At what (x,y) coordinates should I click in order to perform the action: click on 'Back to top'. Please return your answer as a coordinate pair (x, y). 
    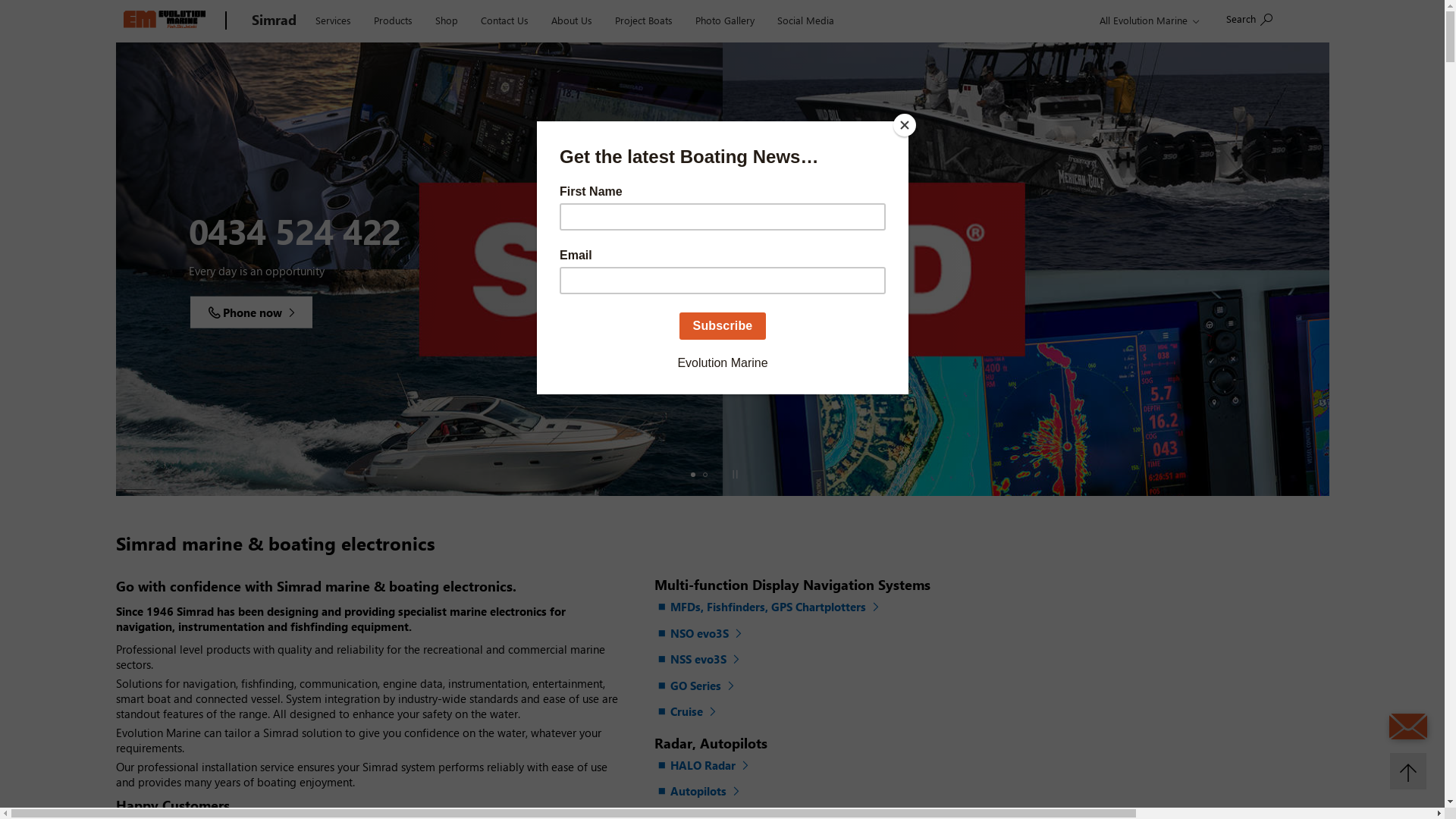
    Looking at the image, I should click on (1407, 771).